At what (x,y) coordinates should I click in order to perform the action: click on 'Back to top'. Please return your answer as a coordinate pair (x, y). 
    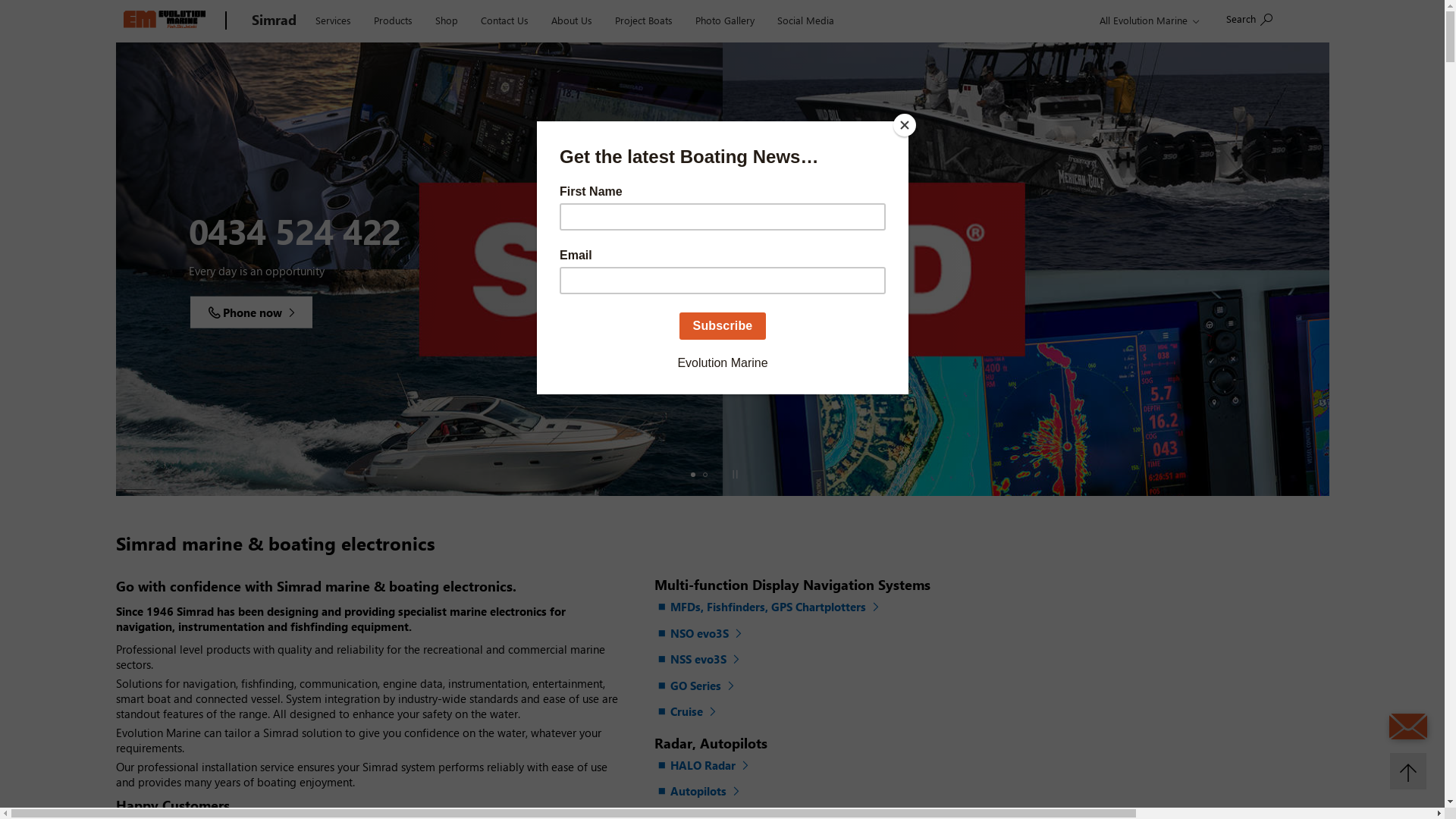
    Looking at the image, I should click on (1407, 771).